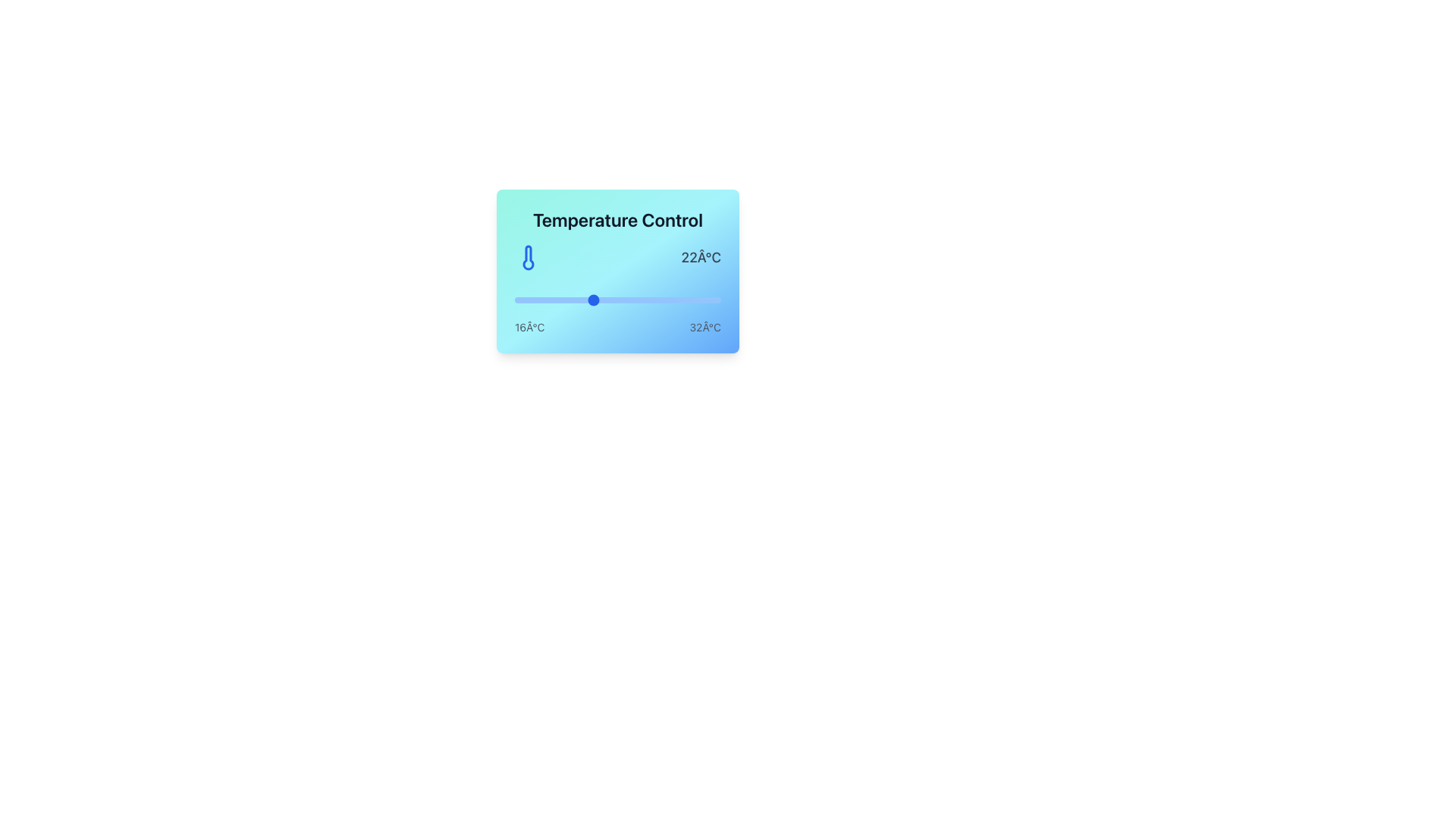 This screenshot has width=1456, height=819. What do you see at coordinates (700, 256) in the screenshot?
I see `the static text label displaying '22Â°C' on the right side of the temperature slider interface` at bounding box center [700, 256].